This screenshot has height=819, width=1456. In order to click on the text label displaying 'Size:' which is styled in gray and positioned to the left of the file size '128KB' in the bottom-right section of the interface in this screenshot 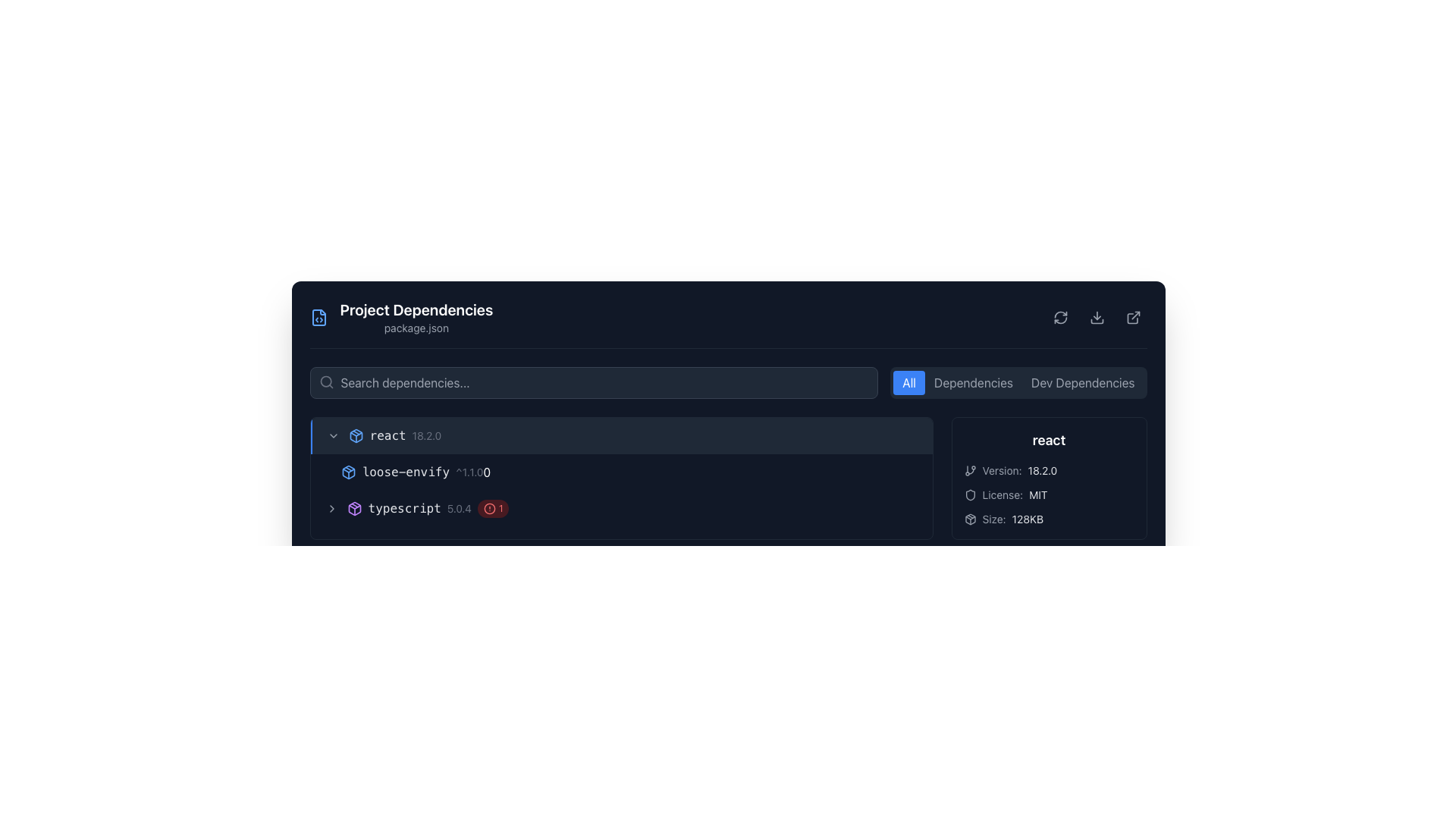, I will do `click(993, 519)`.